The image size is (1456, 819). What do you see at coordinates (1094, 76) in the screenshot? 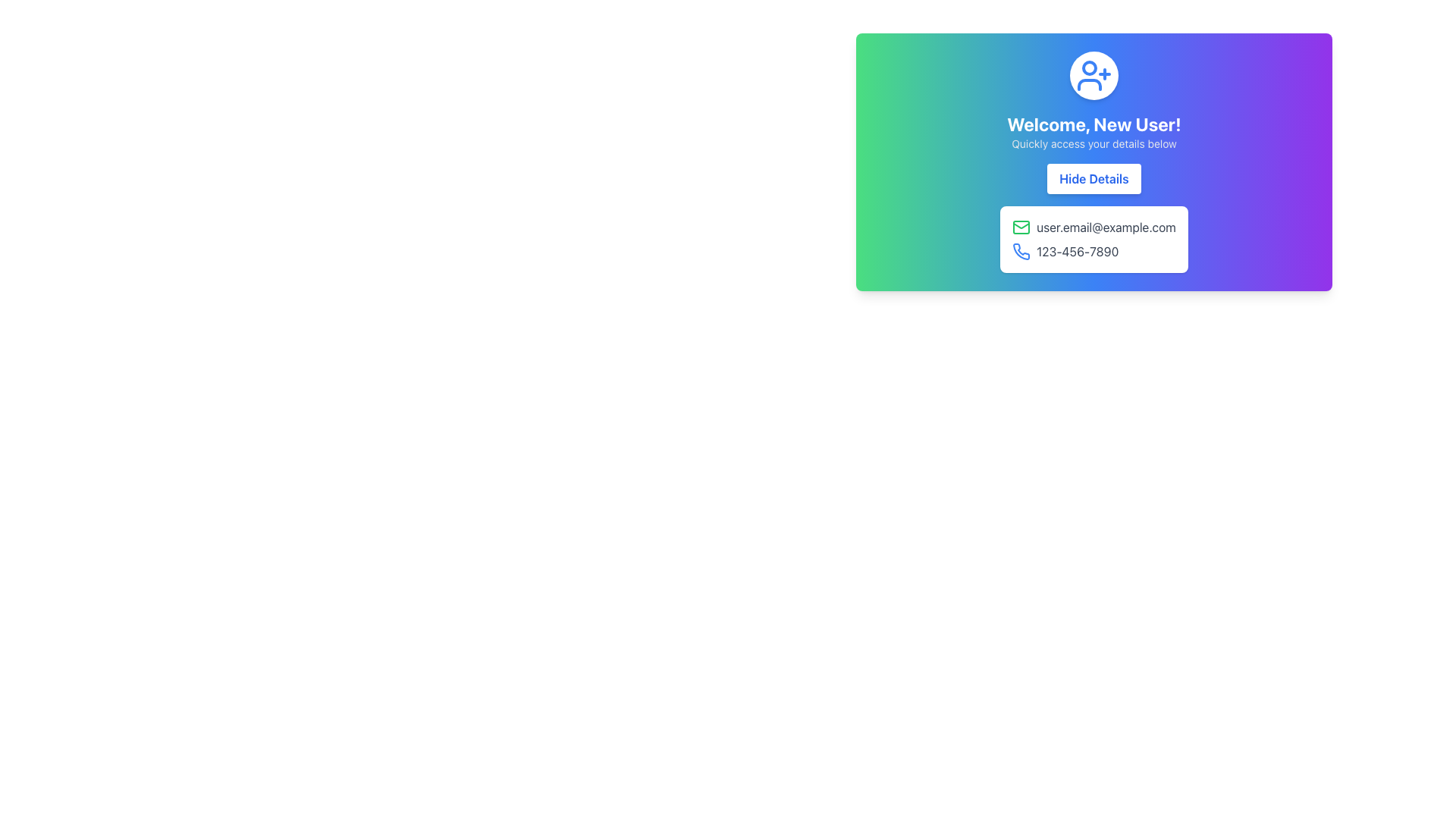
I see `the blue icon depicting a person with a plus sign, which indicates adding a user, located at the top center of a card-like UI element` at bounding box center [1094, 76].